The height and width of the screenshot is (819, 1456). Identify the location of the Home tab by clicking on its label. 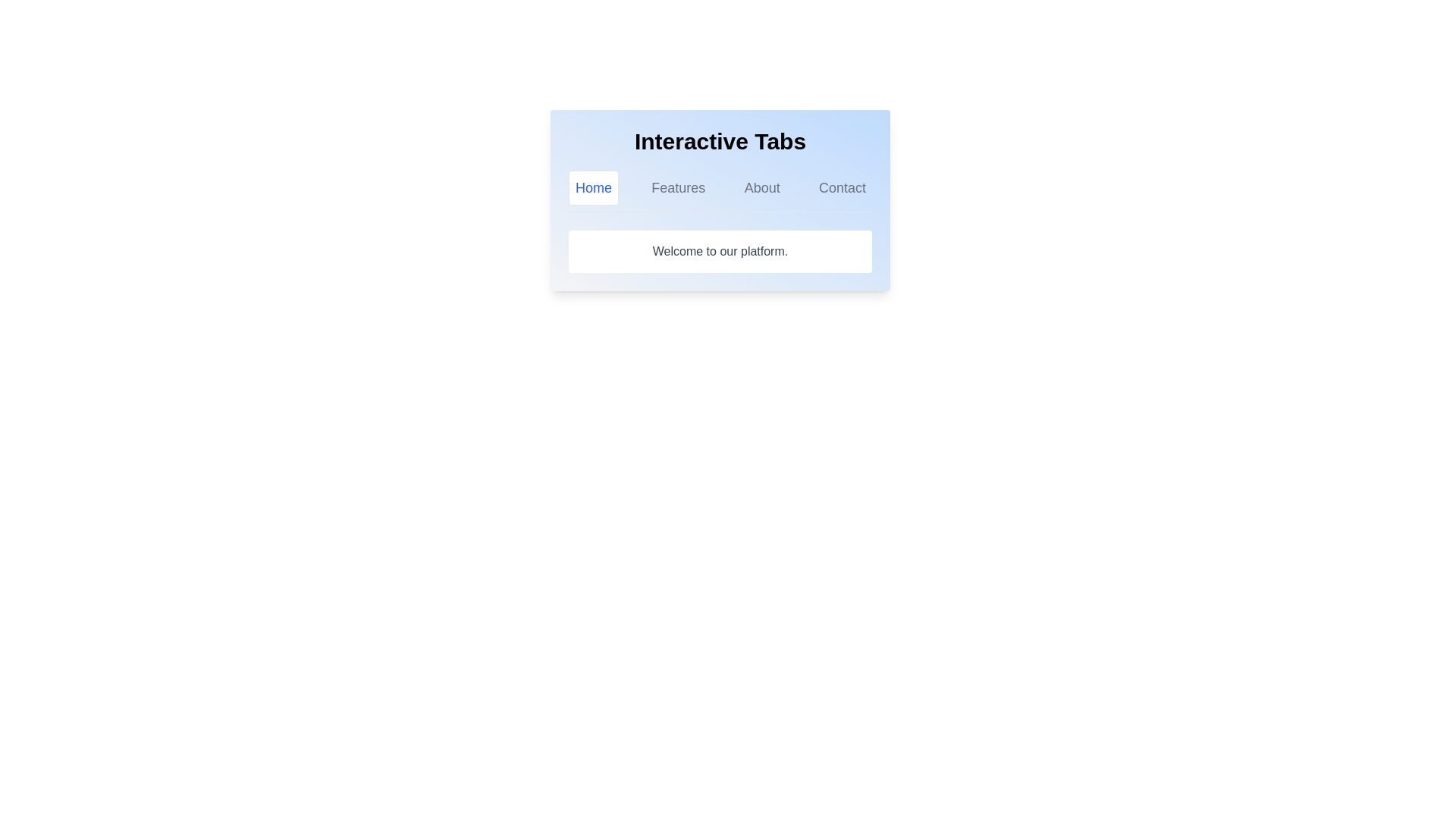
(592, 187).